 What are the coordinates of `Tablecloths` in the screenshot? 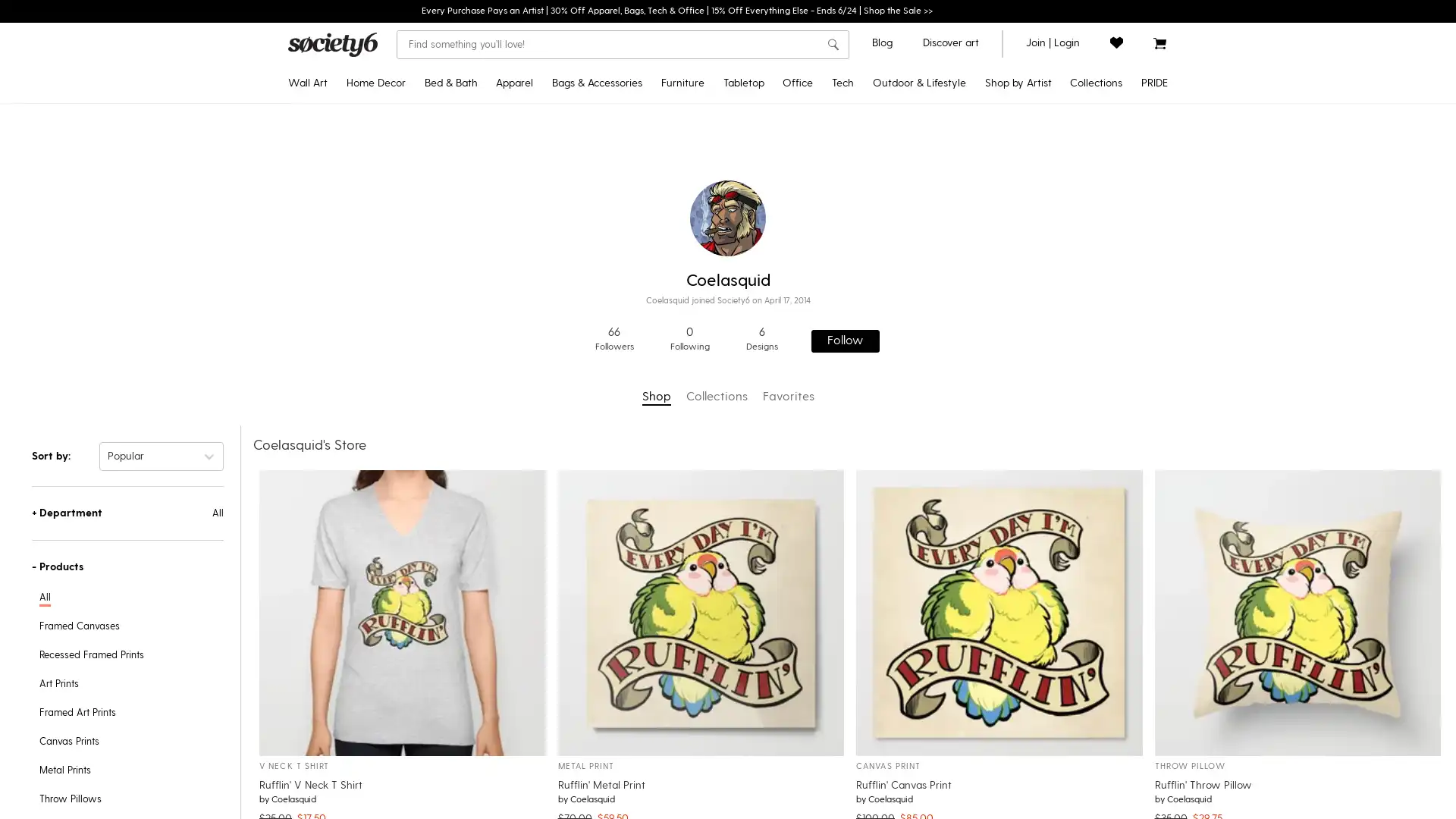 It's located at (771, 170).